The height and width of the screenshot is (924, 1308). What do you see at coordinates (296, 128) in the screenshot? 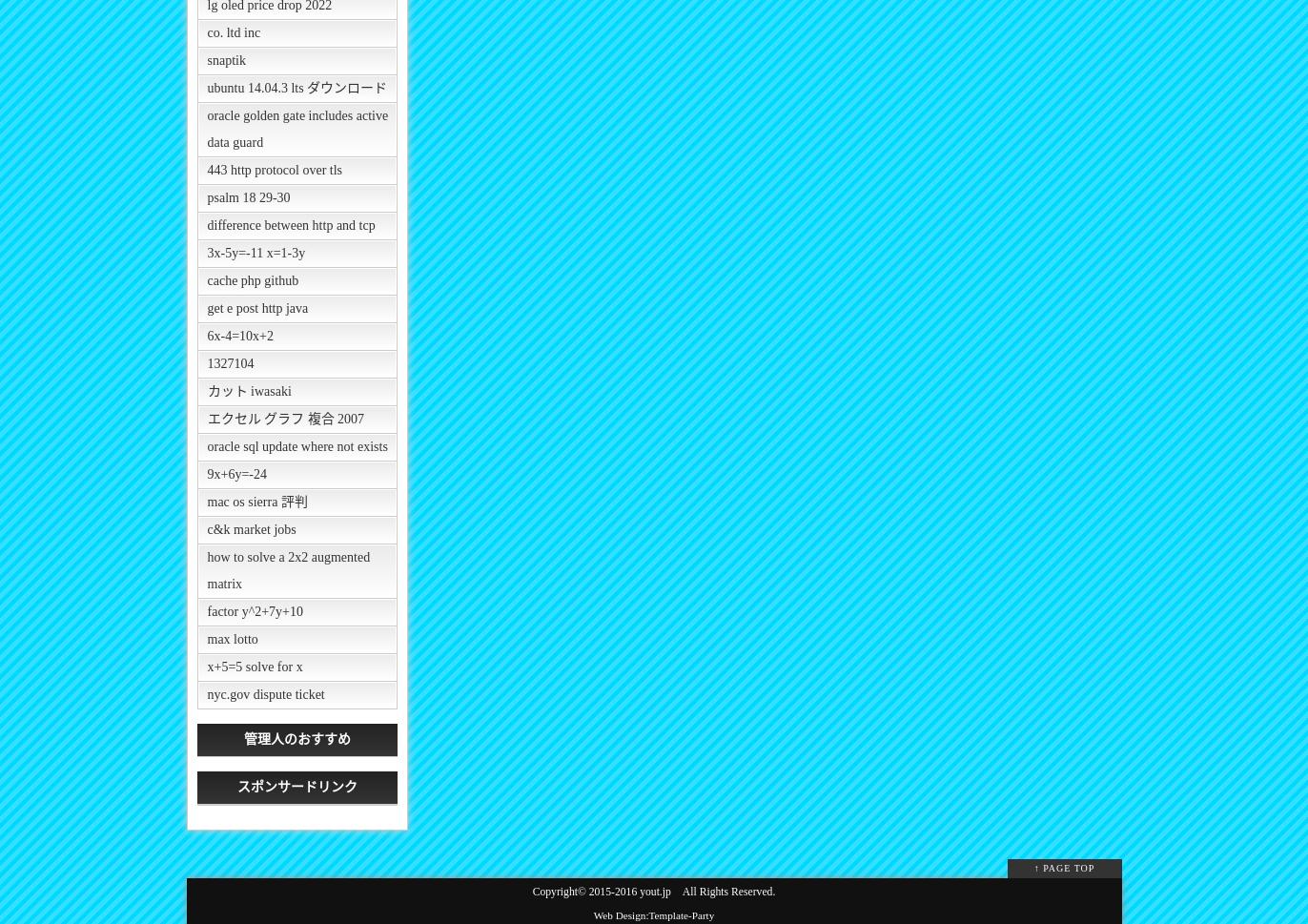
I see `'oracle golden gate includes active data guard'` at bounding box center [296, 128].